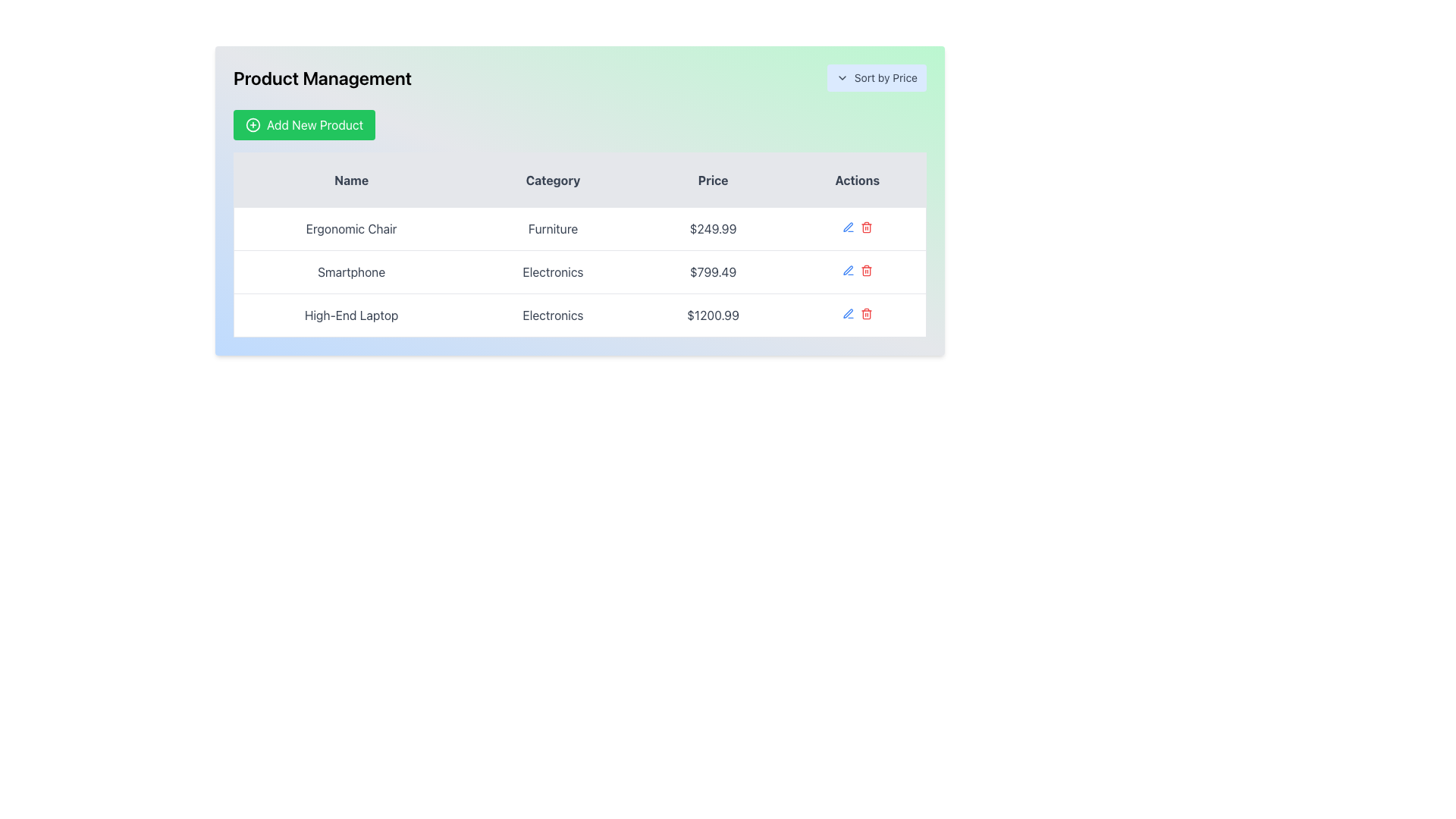 This screenshot has height=819, width=1456. I want to click on the centered-aligned text label displaying 'Electronics' in the second row of the data table under the 'Category' column, so click(552, 271).